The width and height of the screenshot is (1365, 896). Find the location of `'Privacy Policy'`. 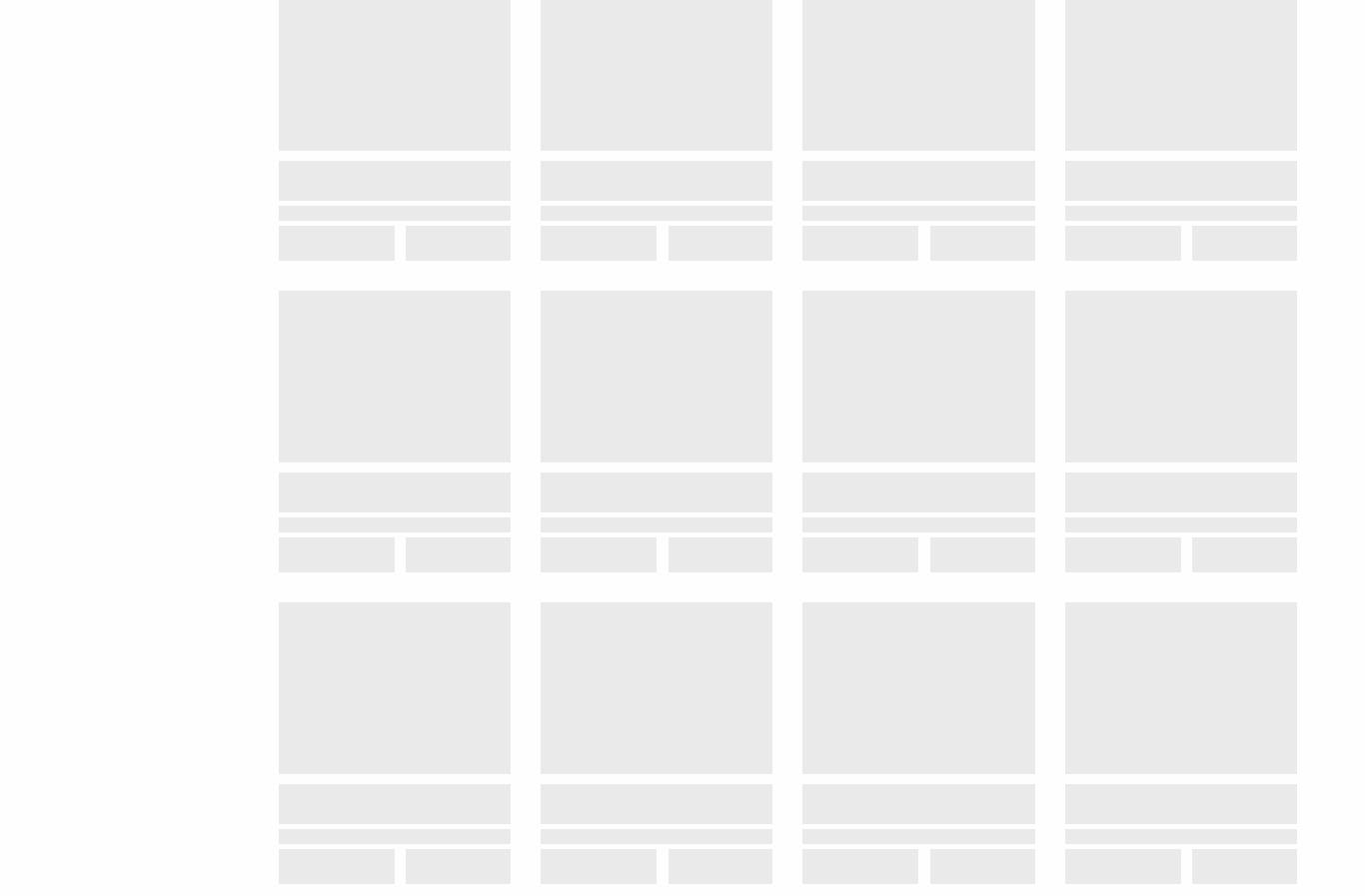

'Privacy Policy' is located at coordinates (1083, 463).